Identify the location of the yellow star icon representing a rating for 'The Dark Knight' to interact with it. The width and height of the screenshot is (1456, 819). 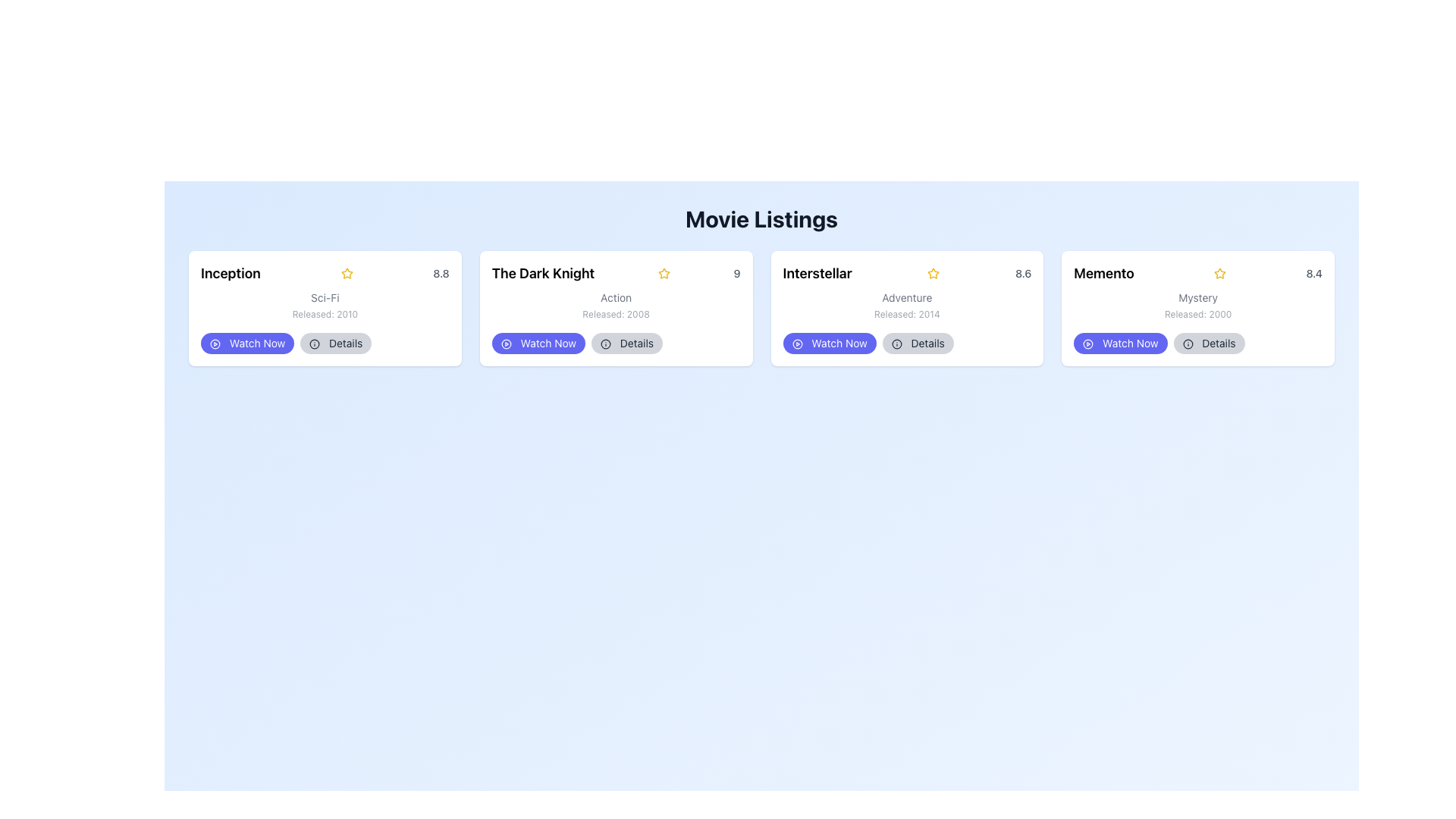
(664, 274).